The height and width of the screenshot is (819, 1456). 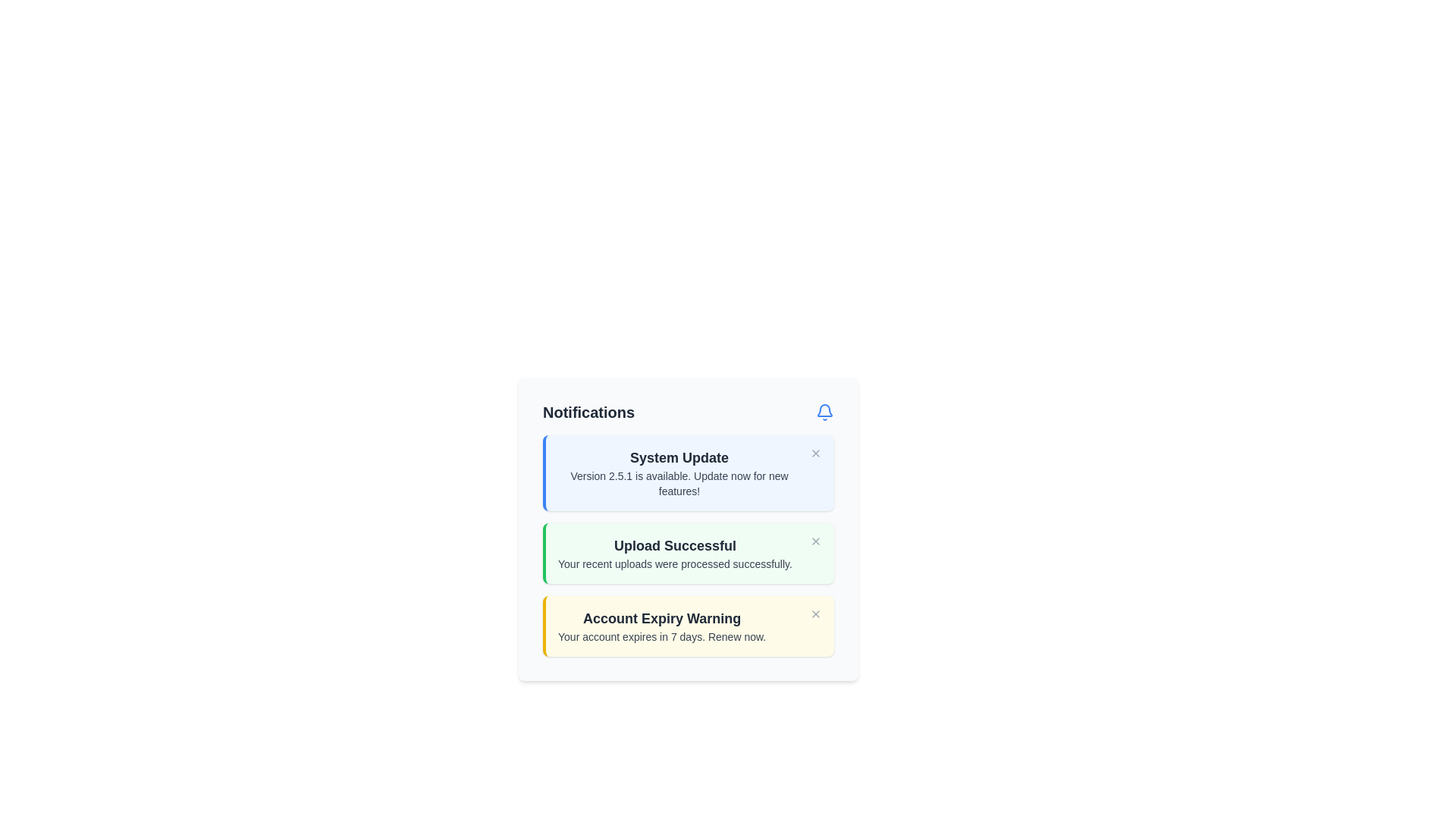 I want to click on message from the notification box titled 'System Update' with a blue background and a left border, containing the text 'Version 2.5.1 is available. Update now for new features!', so click(x=687, y=472).